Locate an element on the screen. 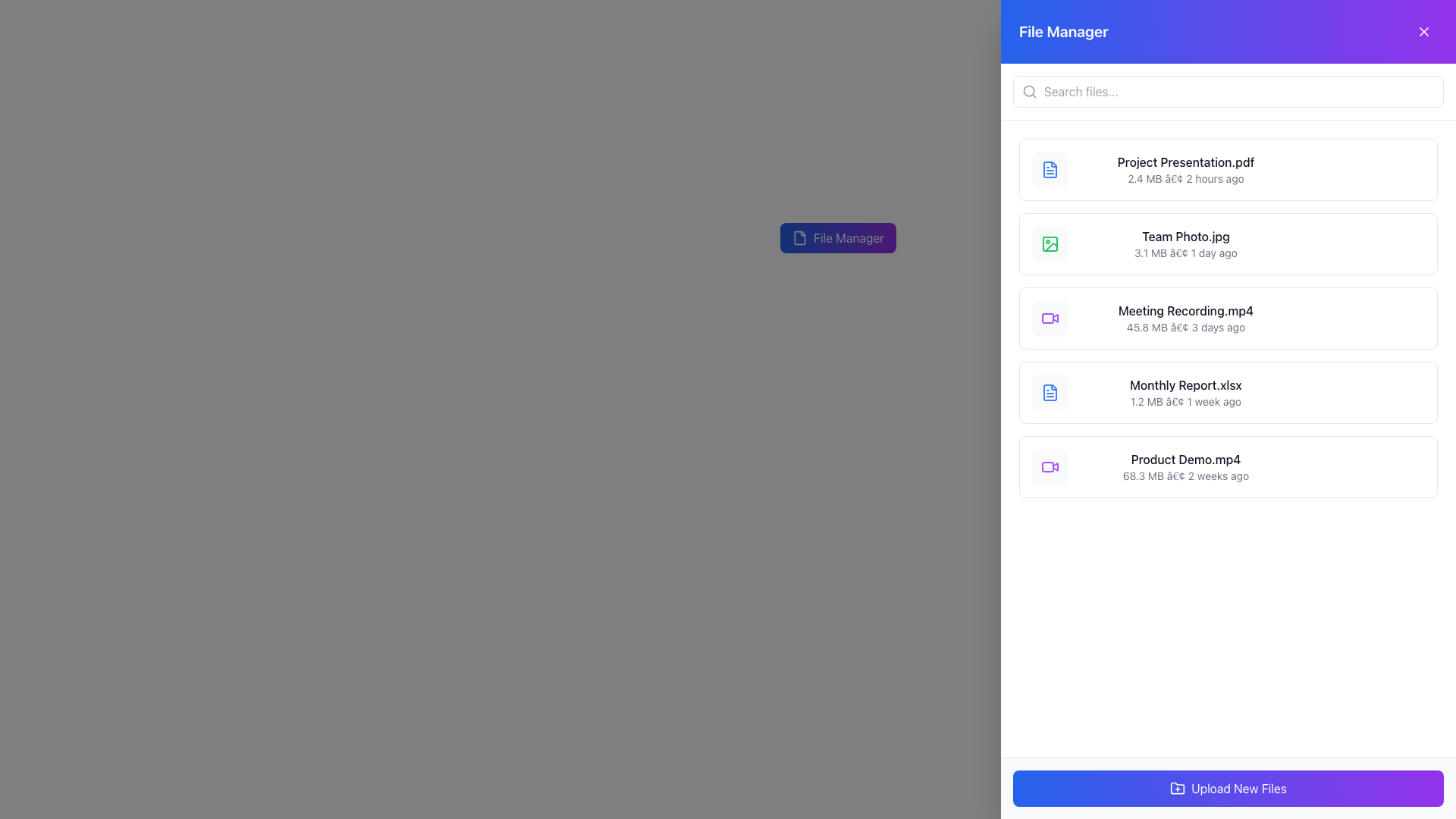  the file entry 'Project Presentation.pdf' is located at coordinates (1228, 169).